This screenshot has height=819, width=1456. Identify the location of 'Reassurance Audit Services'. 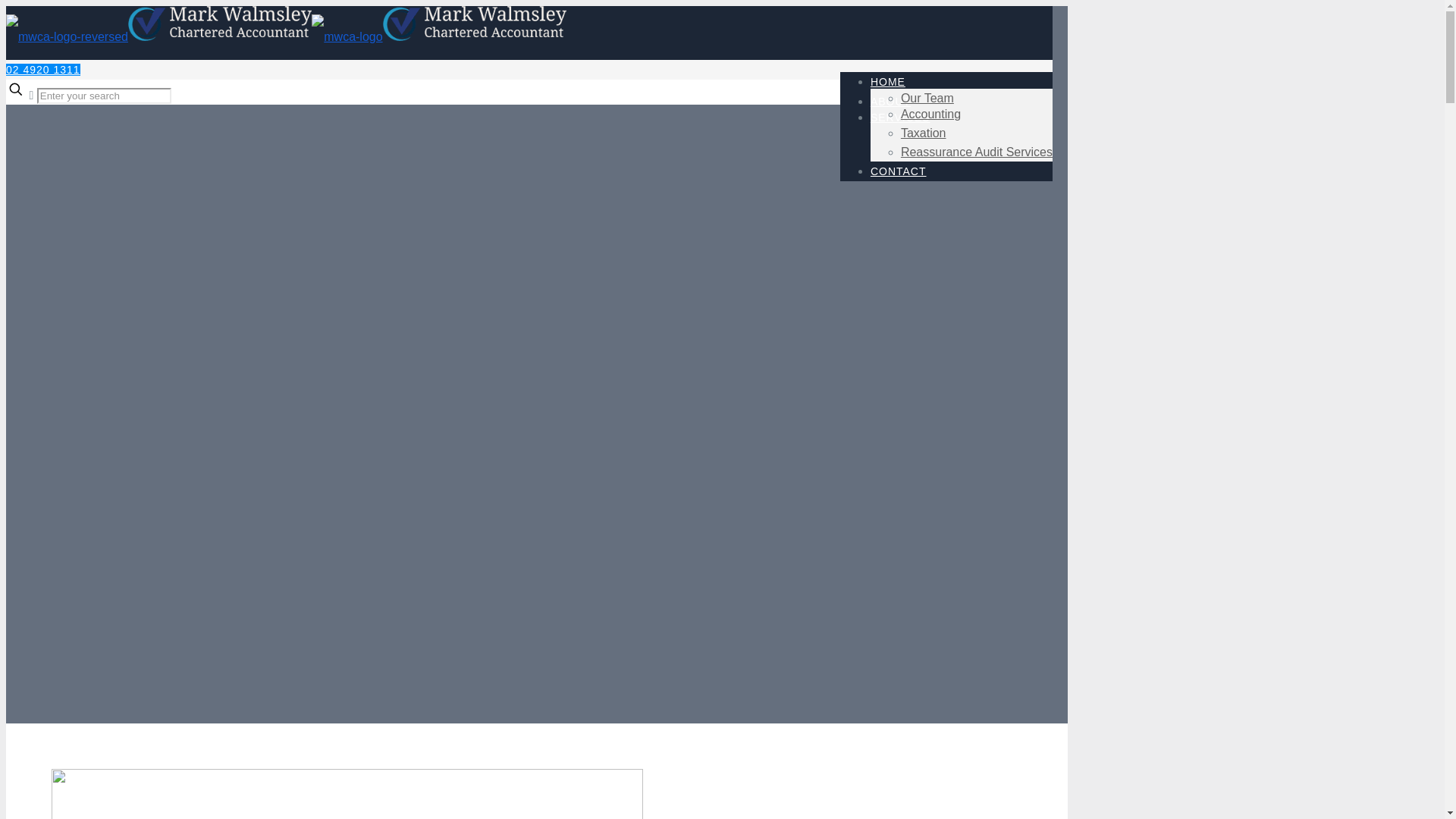
(976, 152).